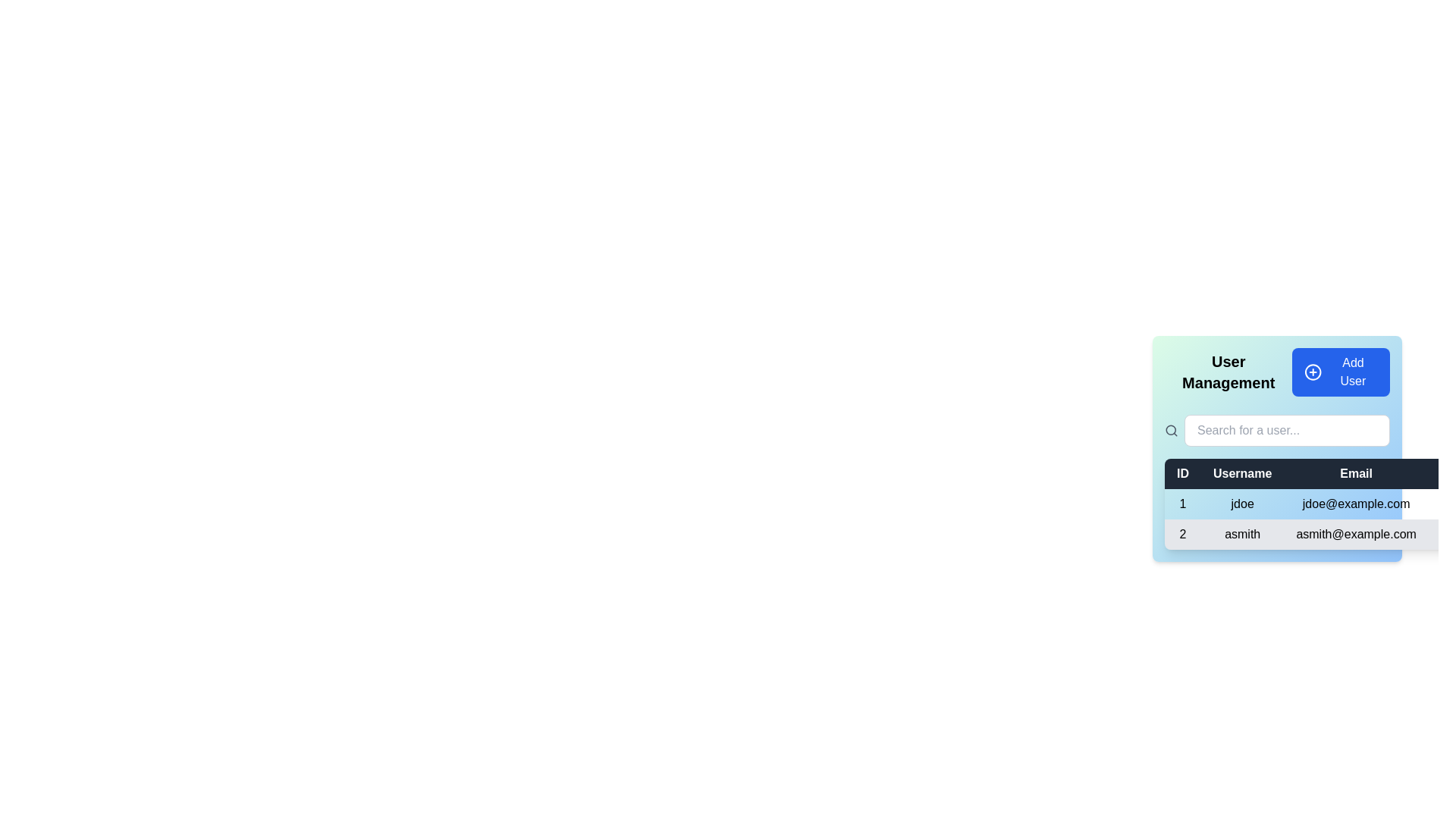  I want to click on the text input field with placeholder 'Search for a user...' to focus on it, so click(1276, 436).